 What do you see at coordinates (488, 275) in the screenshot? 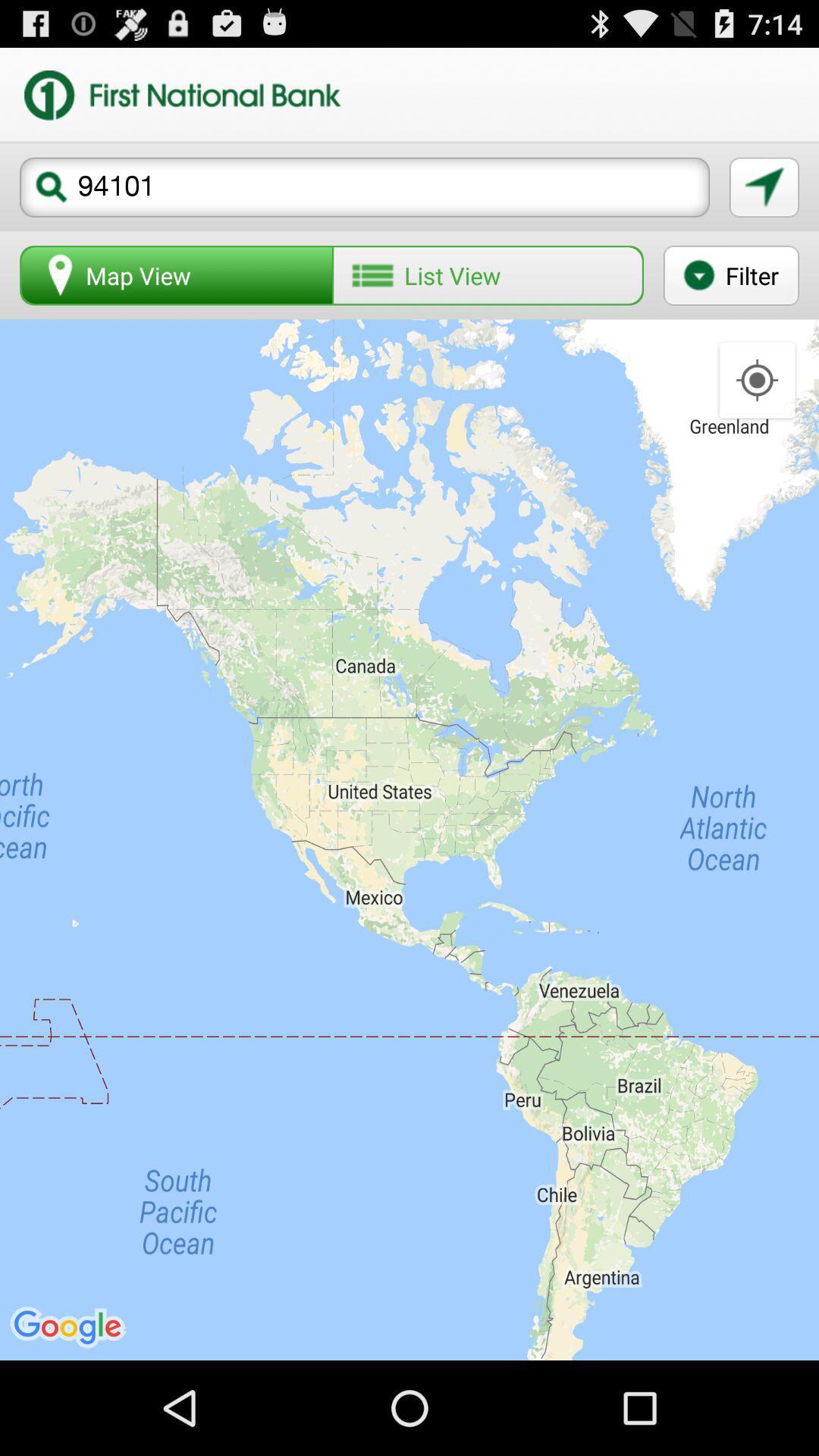
I see `button next to filter icon` at bounding box center [488, 275].